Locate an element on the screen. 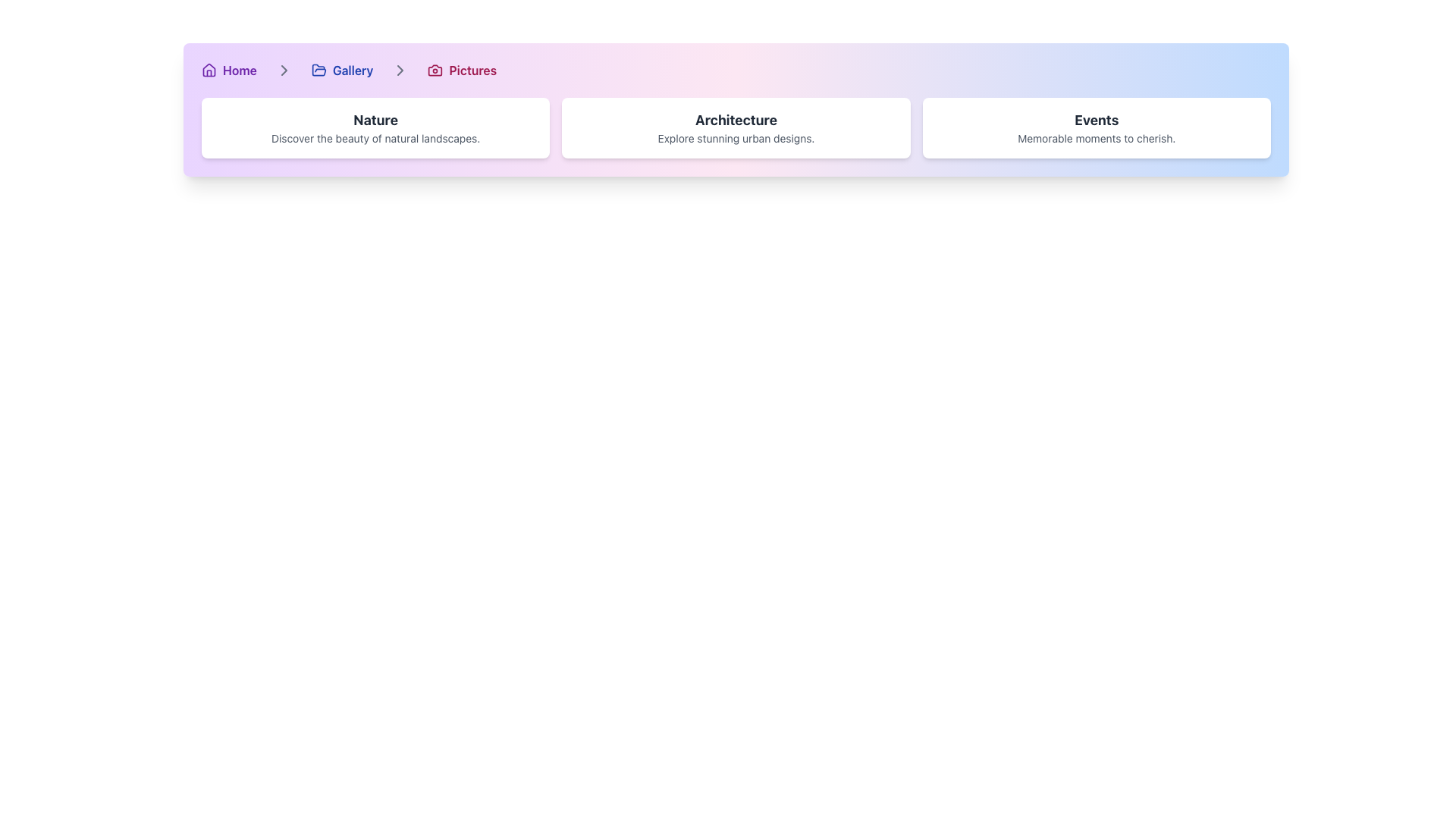 The image size is (1456, 819). the small house-shaped purple icon located to the left of the 'Home' text in the breadcrumb navigation bar is located at coordinates (208, 70).